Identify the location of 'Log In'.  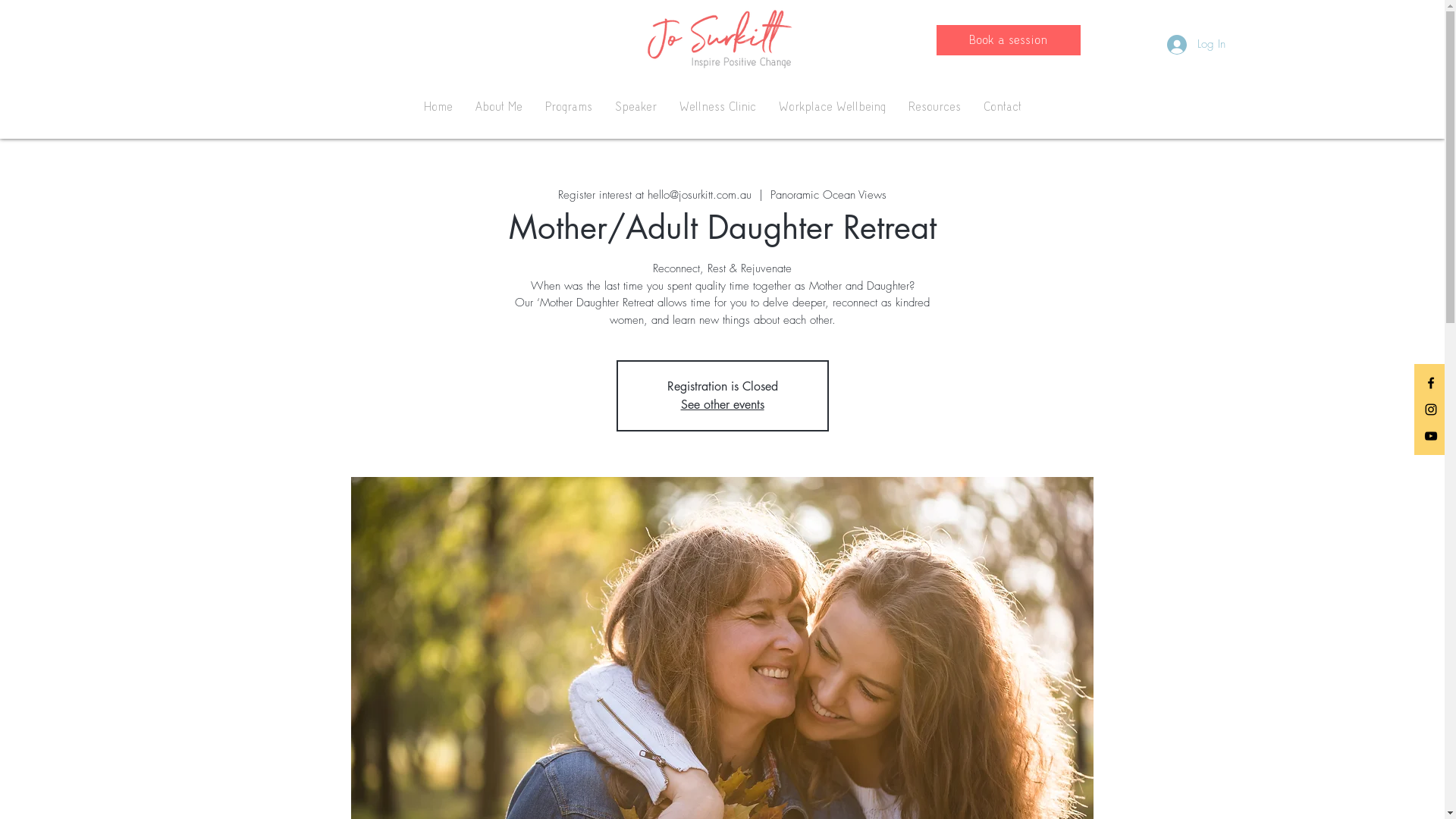
(1194, 43).